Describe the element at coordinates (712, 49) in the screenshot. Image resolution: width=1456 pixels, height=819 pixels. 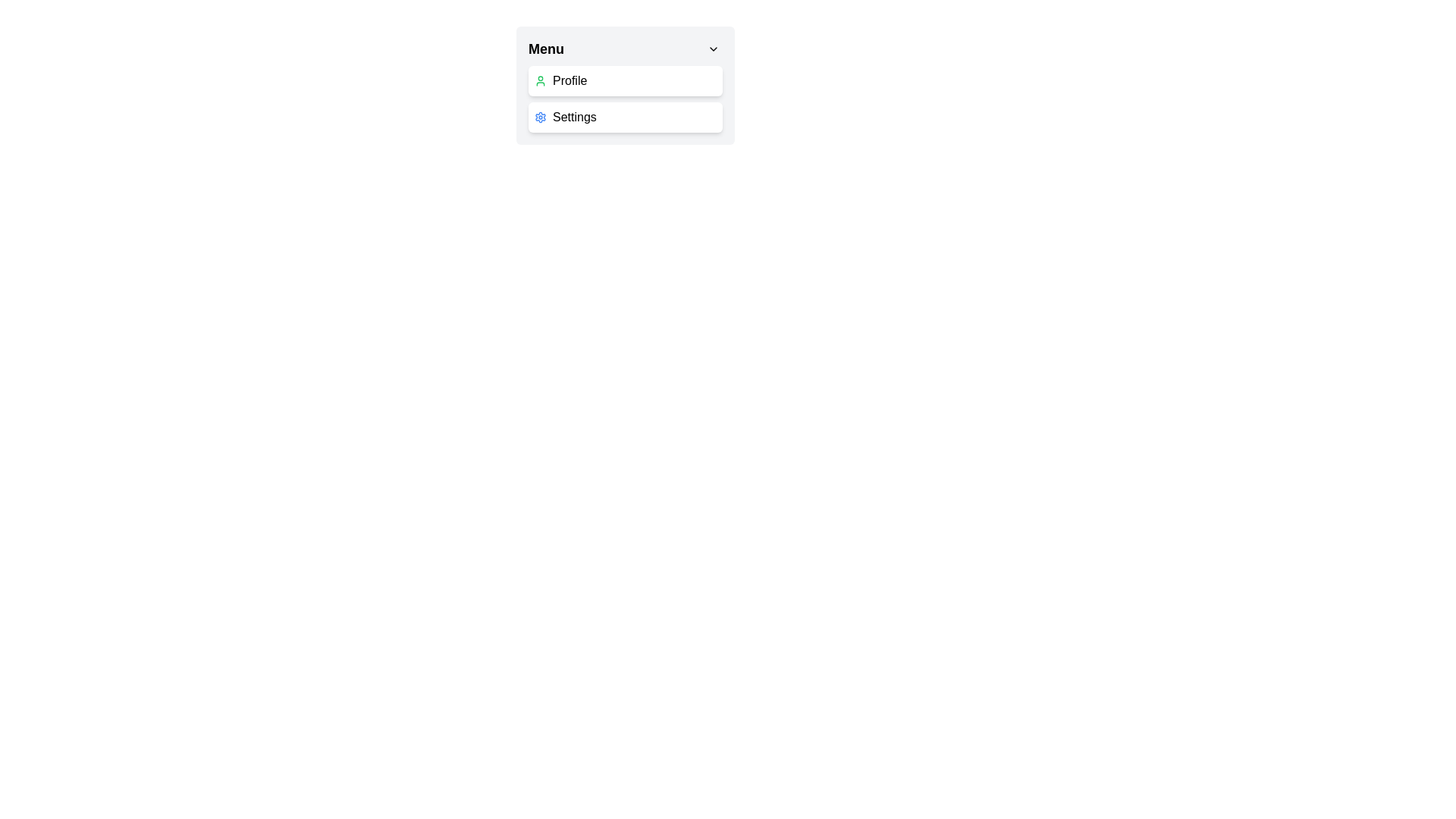
I see `the toggle button located to the far right of the 'Menu' title text` at that location.